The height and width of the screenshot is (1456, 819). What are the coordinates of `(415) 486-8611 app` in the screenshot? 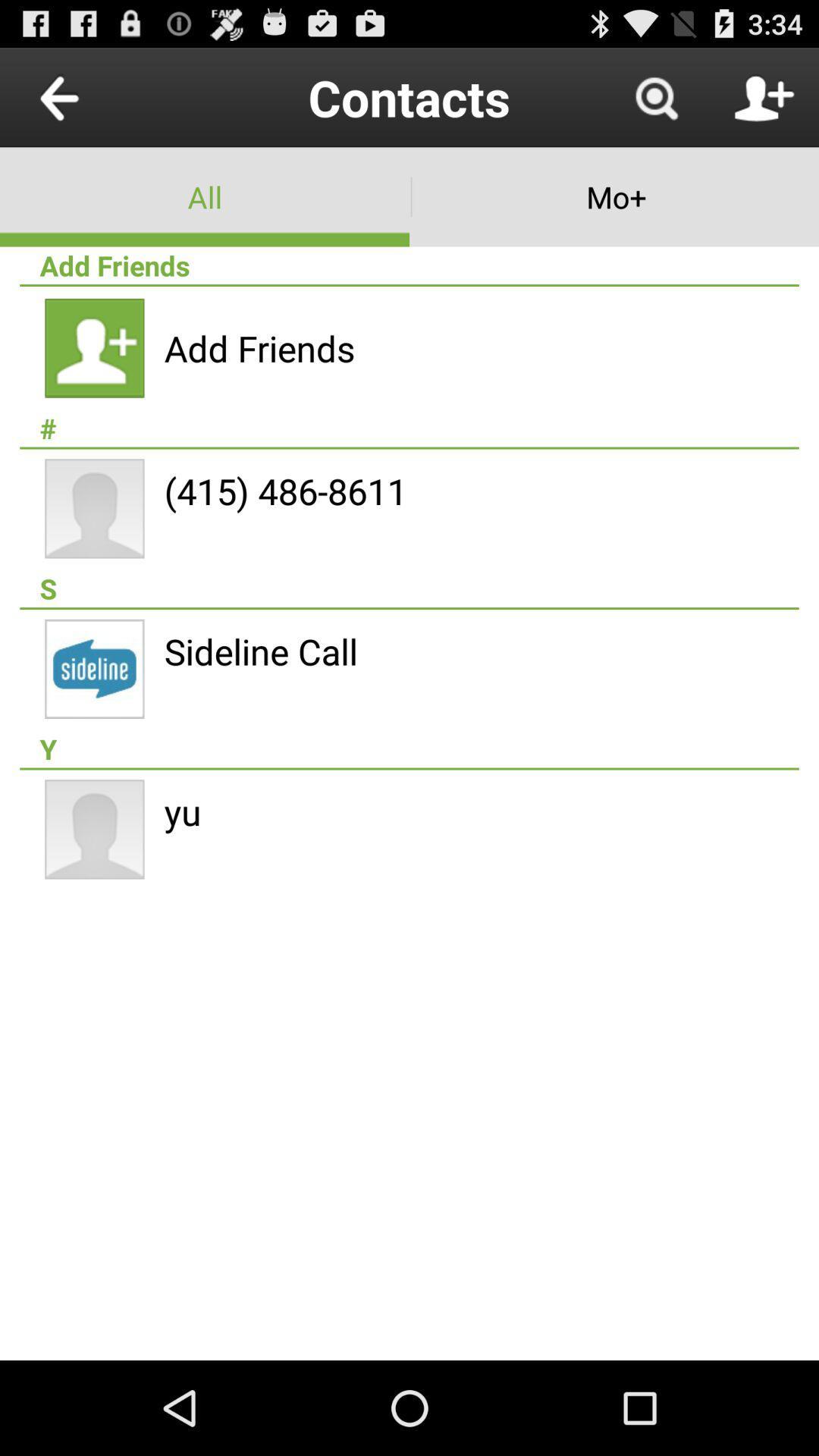 It's located at (285, 491).